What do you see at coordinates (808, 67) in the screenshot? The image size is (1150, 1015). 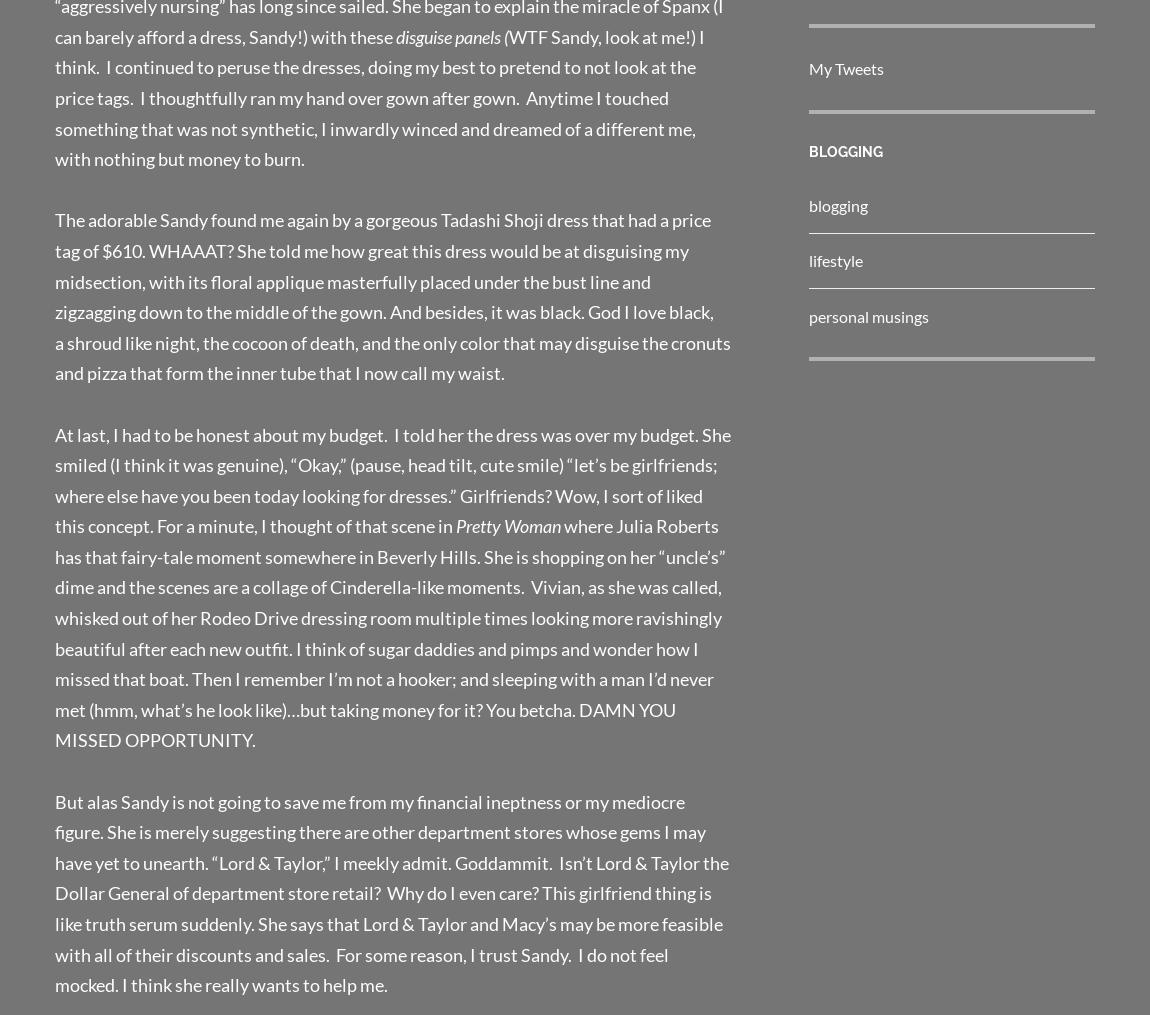 I see `'My Tweets'` at bounding box center [808, 67].